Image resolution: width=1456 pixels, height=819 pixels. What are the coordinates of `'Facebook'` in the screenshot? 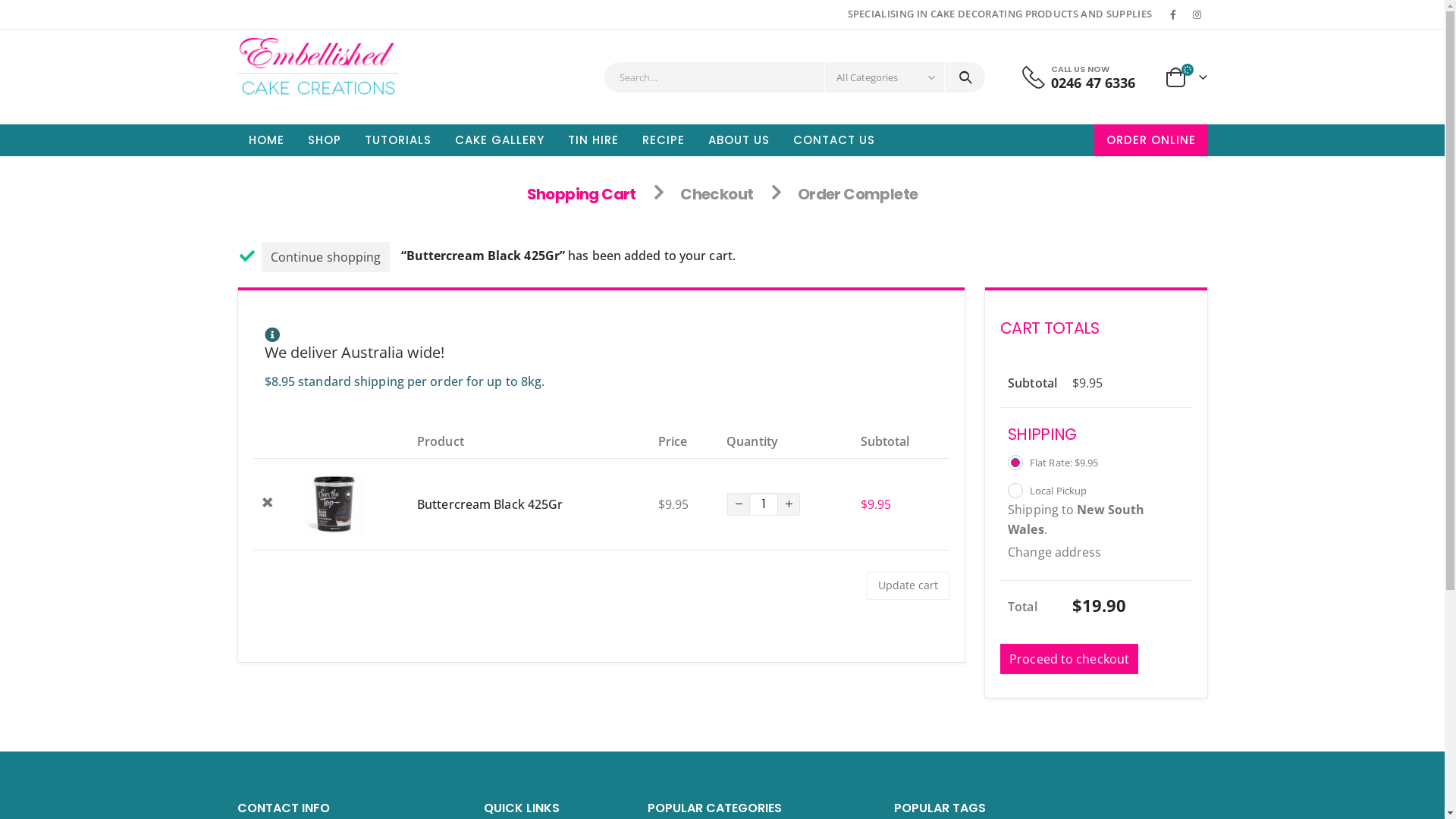 It's located at (1172, 14).